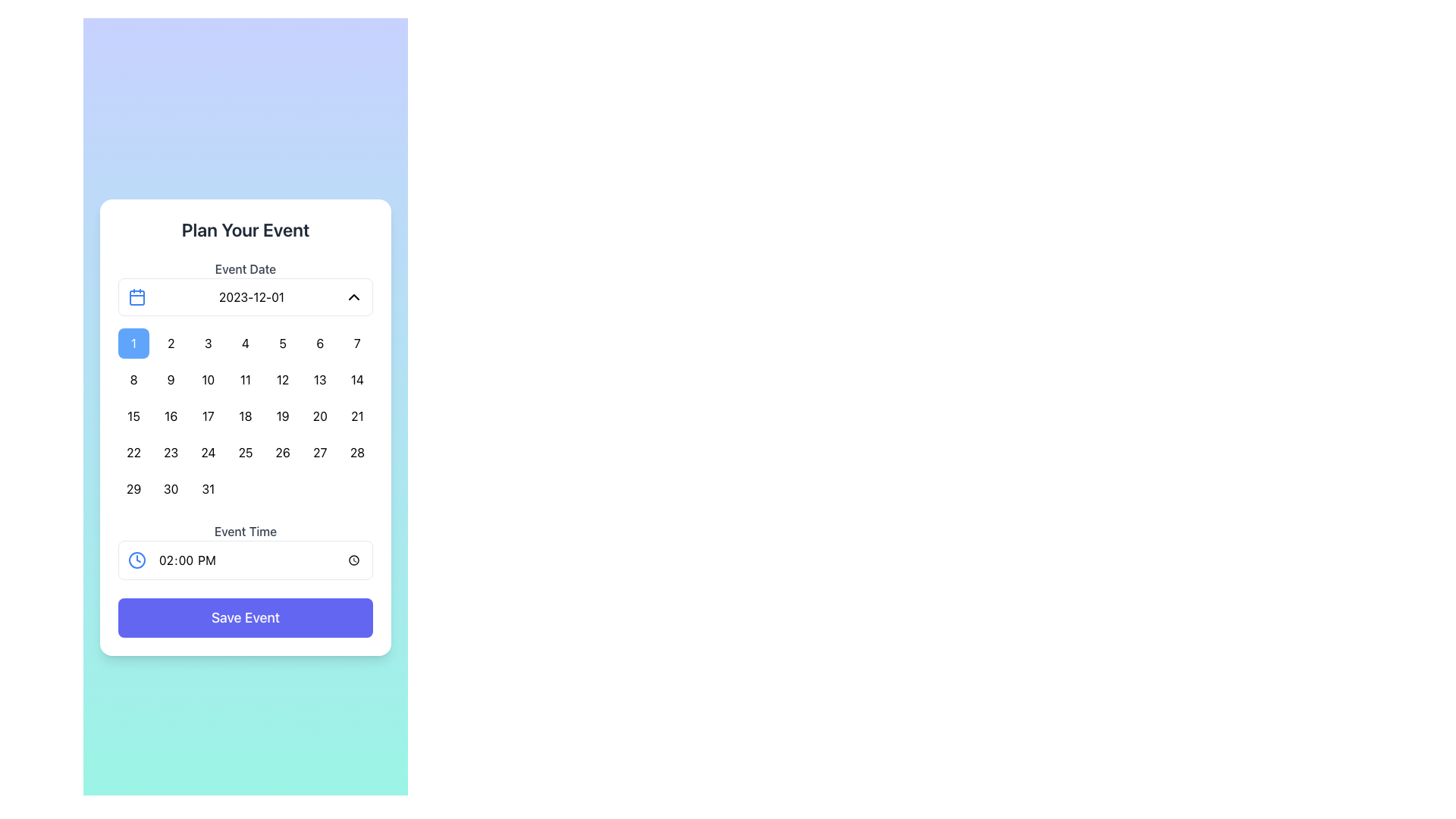 Image resolution: width=1456 pixels, height=819 pixels. What do you see at coordinates (207, 379) in the screenshot?
I see `the square-shaped button with rounded corners displaying the number '10'` at bounding box center [207, 379].